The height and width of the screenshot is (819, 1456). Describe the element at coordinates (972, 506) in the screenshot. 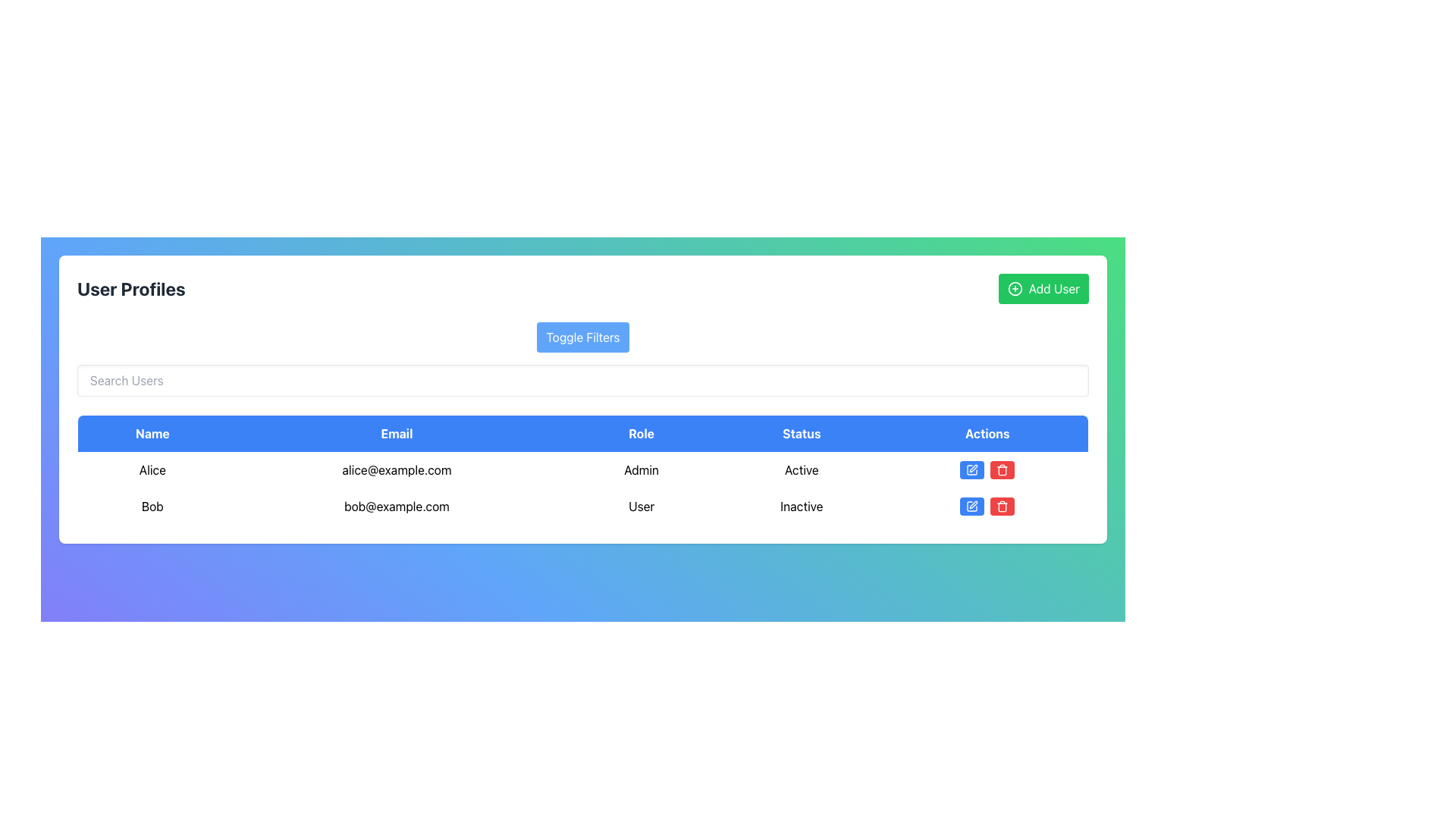

I see `the pen icon within the button located in the 'Actions' column of the second row of the table` at that location.